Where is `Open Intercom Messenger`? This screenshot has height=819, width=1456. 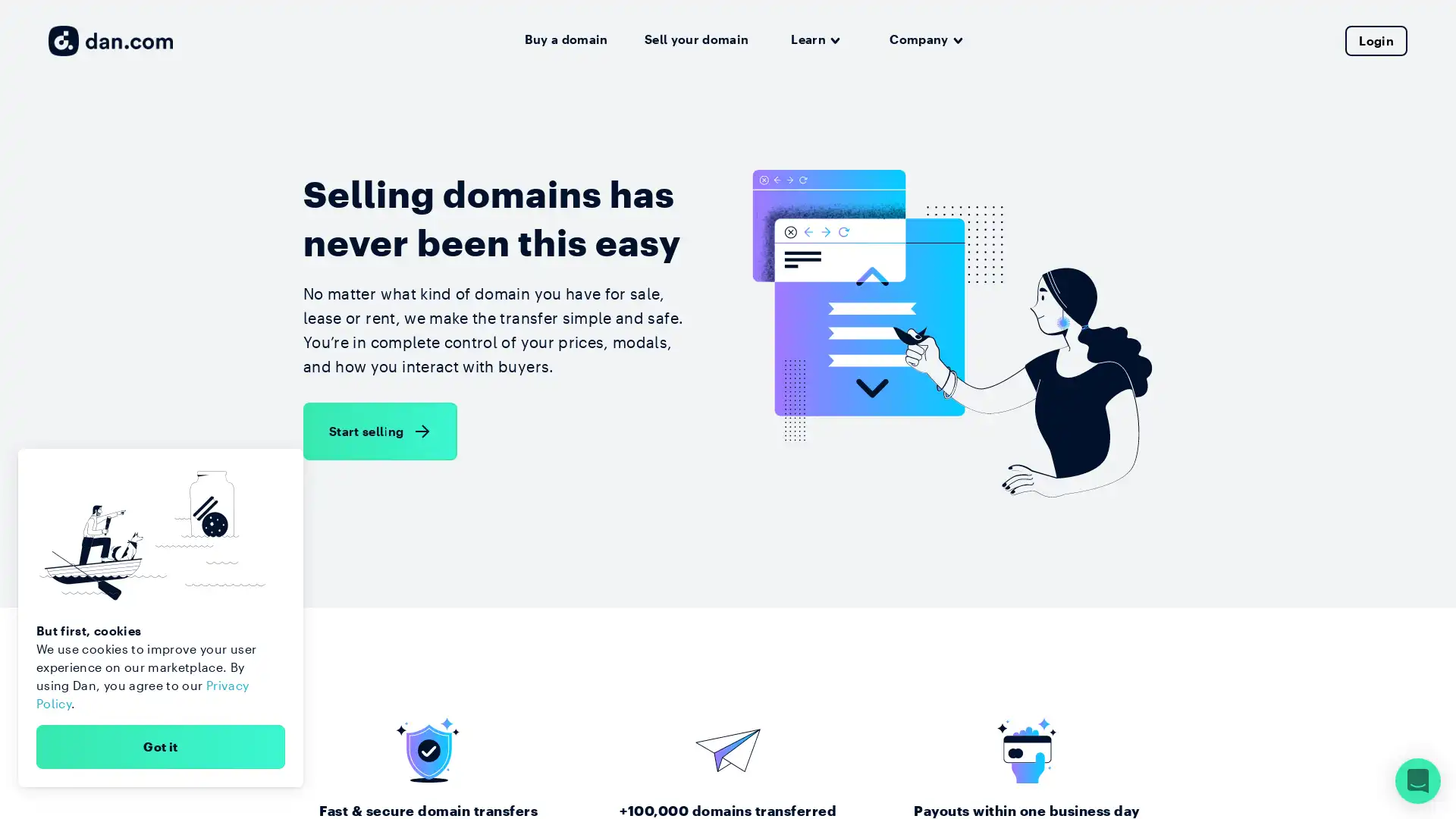 Open Intercom Messenger is located at coordinates (1417, 780).